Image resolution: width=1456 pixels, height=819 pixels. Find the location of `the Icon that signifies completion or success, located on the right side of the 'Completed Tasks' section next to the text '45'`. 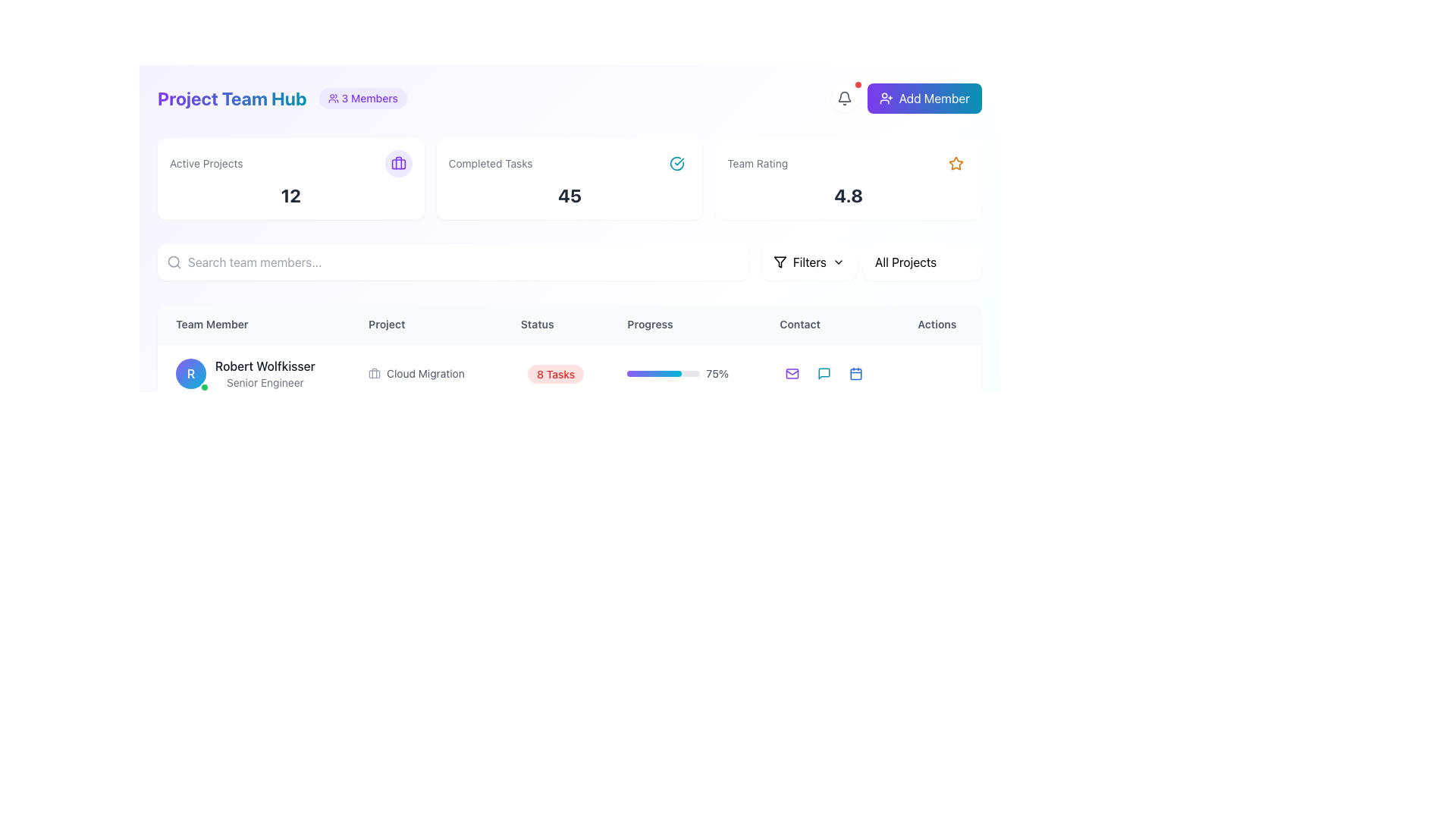

the Icon that signifies completion or success, located on the right side of the 'Completed Tasks' section next to the text '45' is located at coordinates (676, 164).